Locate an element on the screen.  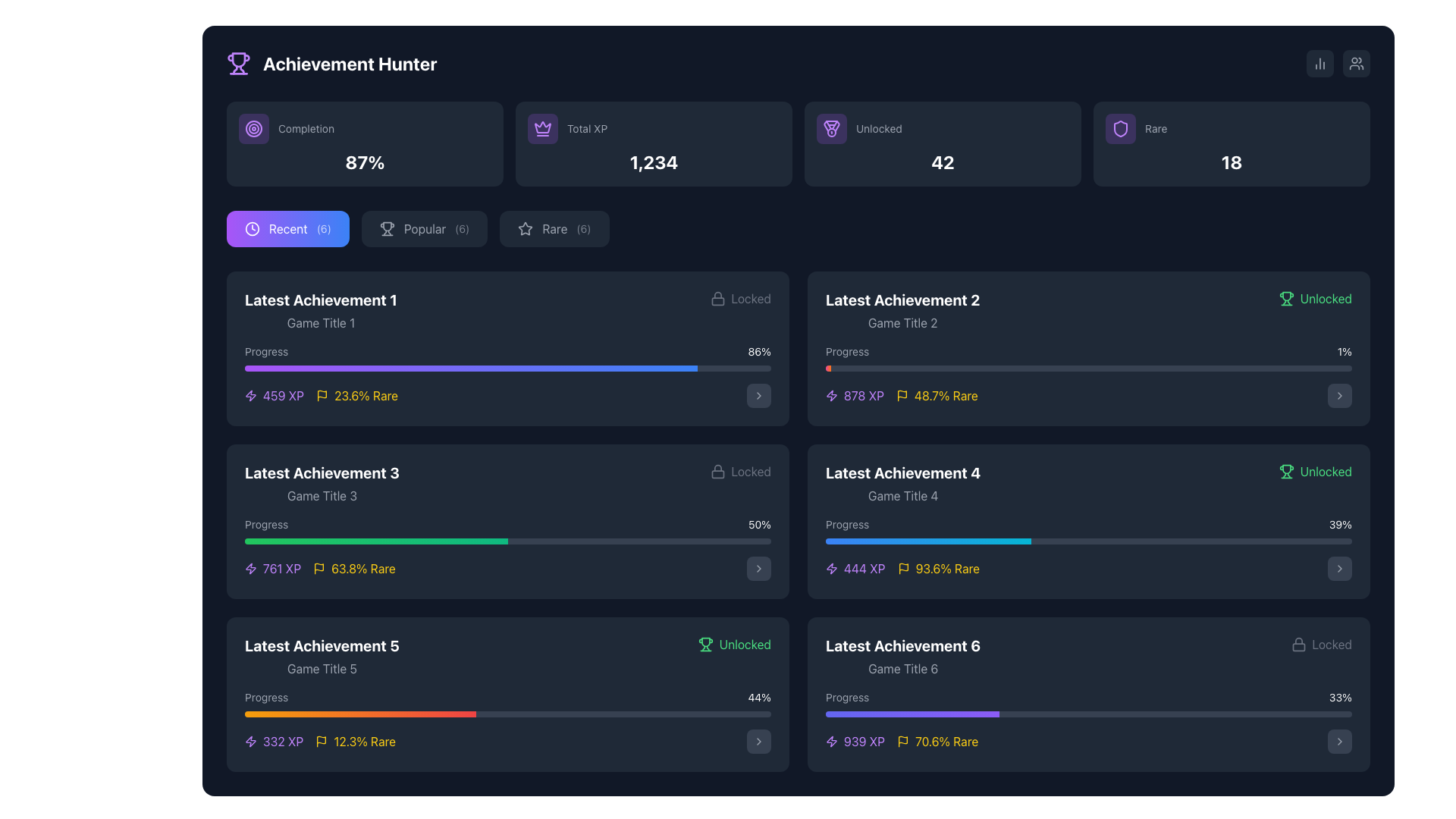
the energy icon located to the left of the '761 XP' text within the 'Latest Achievement 3' card in the achievement dashboard is located at coordinates (251, 568).